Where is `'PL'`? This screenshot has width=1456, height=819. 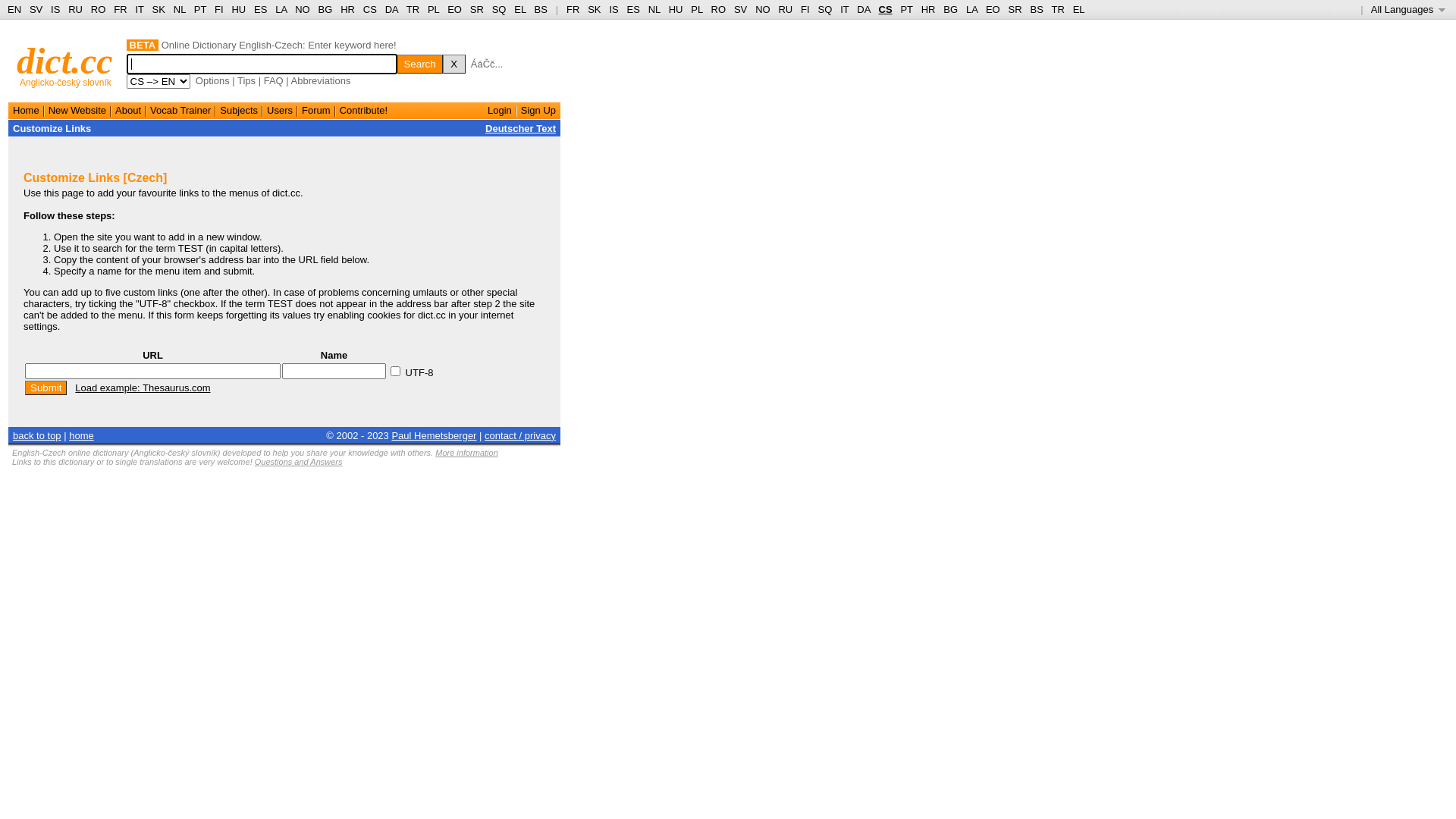
'PL' is located at coordinates (432, 9).